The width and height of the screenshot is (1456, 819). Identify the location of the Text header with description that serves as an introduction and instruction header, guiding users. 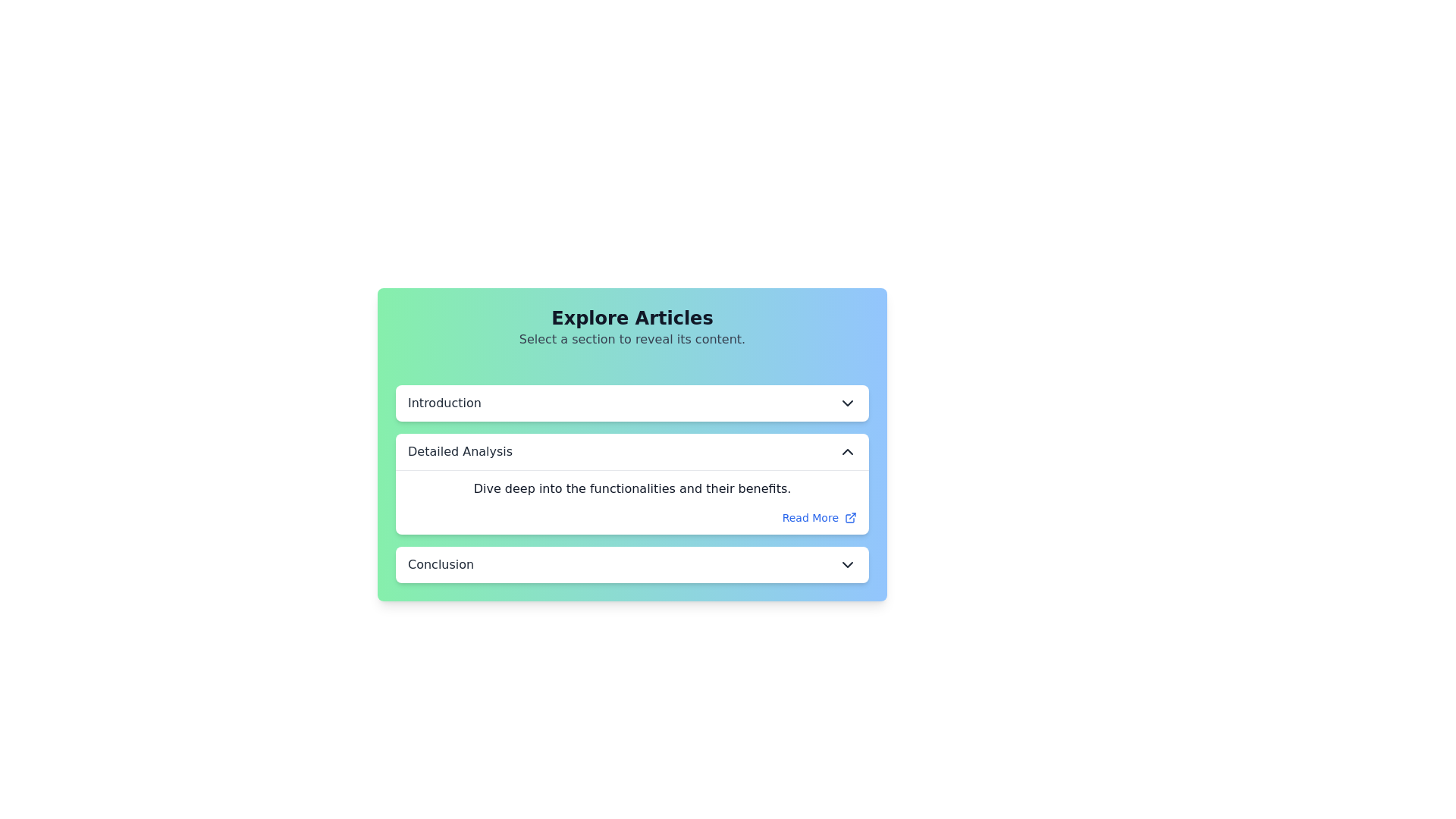
(632, 327).